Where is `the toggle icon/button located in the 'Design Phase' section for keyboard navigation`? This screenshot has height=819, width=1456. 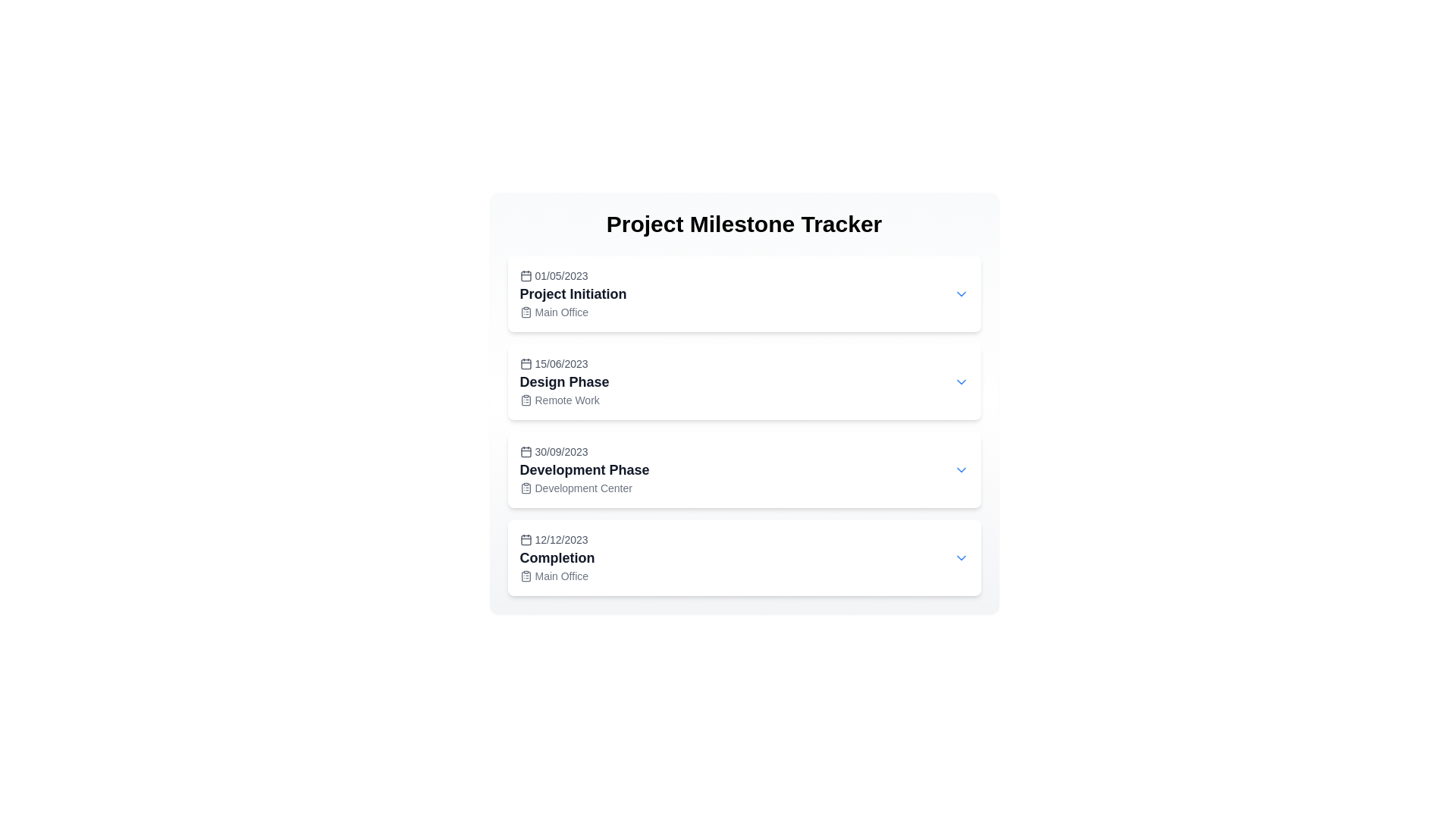 the toggle icon/button located in the 'Design Phase' section for keyboard navigation is located at coordinates (960, 381).